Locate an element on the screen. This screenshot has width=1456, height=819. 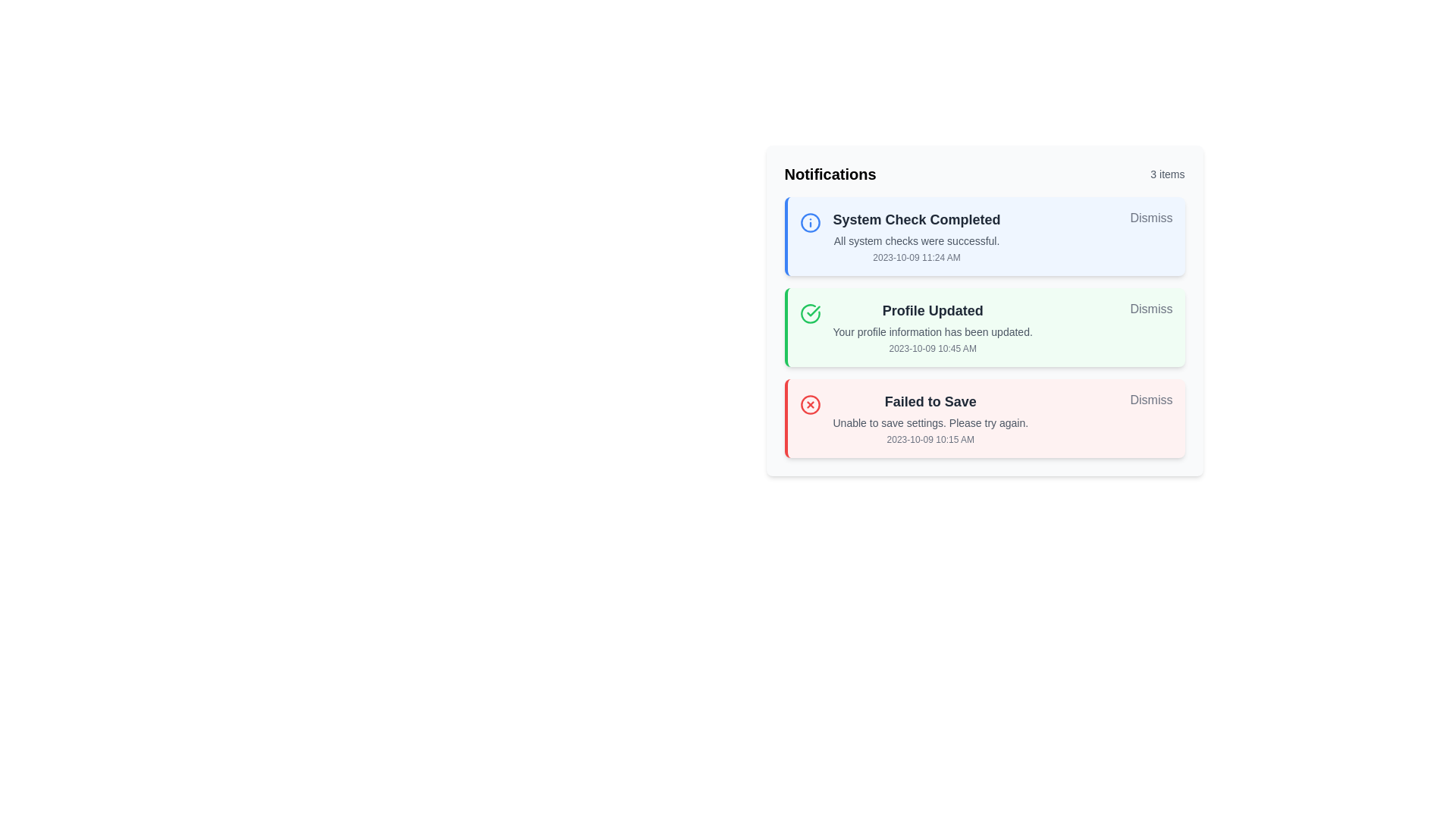
the success message text label located below the 'Profile Updated' header and above the timestamp '2023-10-09 10:45 AM' is located at coordinates (932, 338).